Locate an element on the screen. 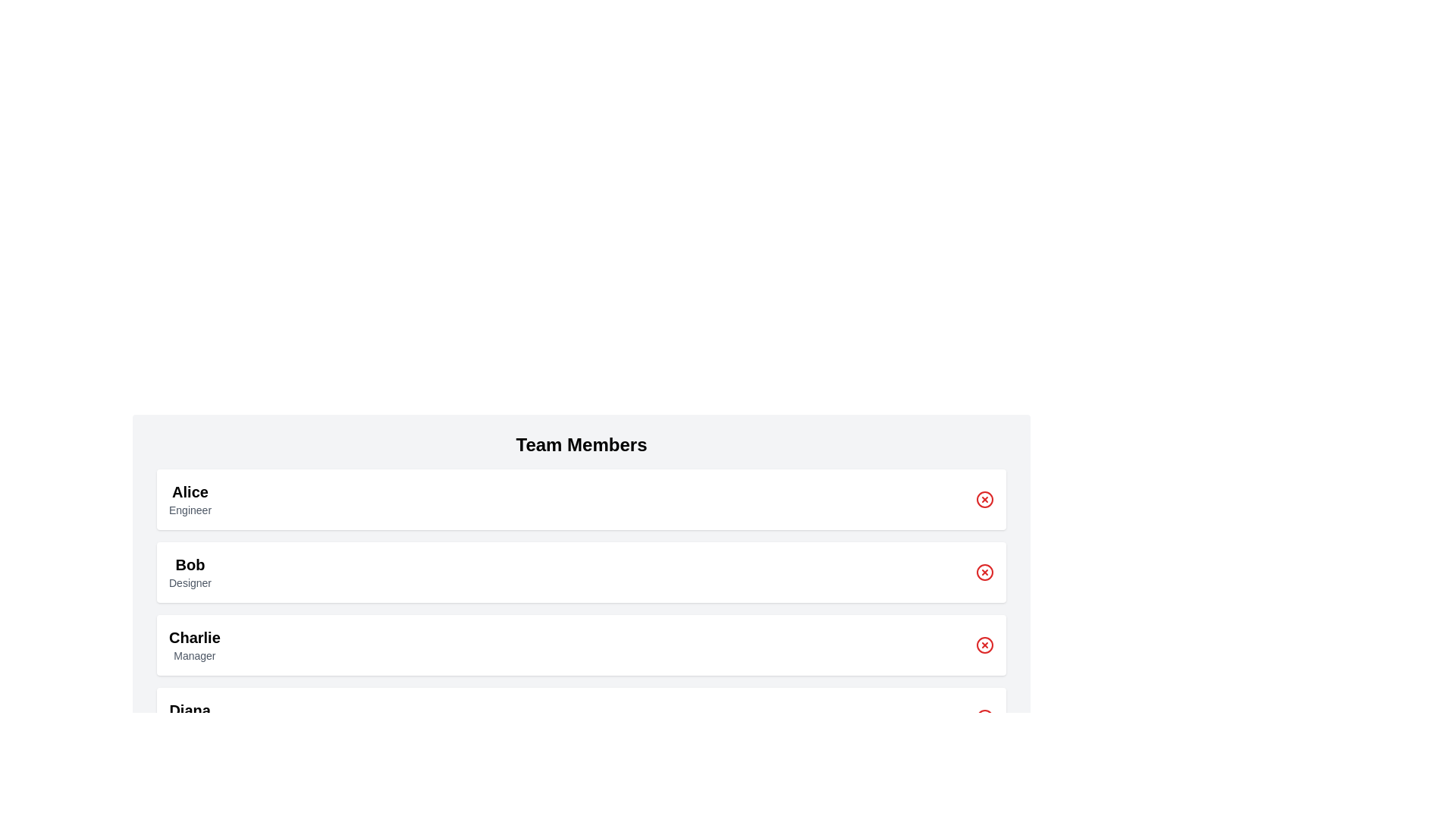  the red outlined circular delete button with a red cross located in the top-right corner of Alice's list item under Team Members is located at coordinates (985, 500).